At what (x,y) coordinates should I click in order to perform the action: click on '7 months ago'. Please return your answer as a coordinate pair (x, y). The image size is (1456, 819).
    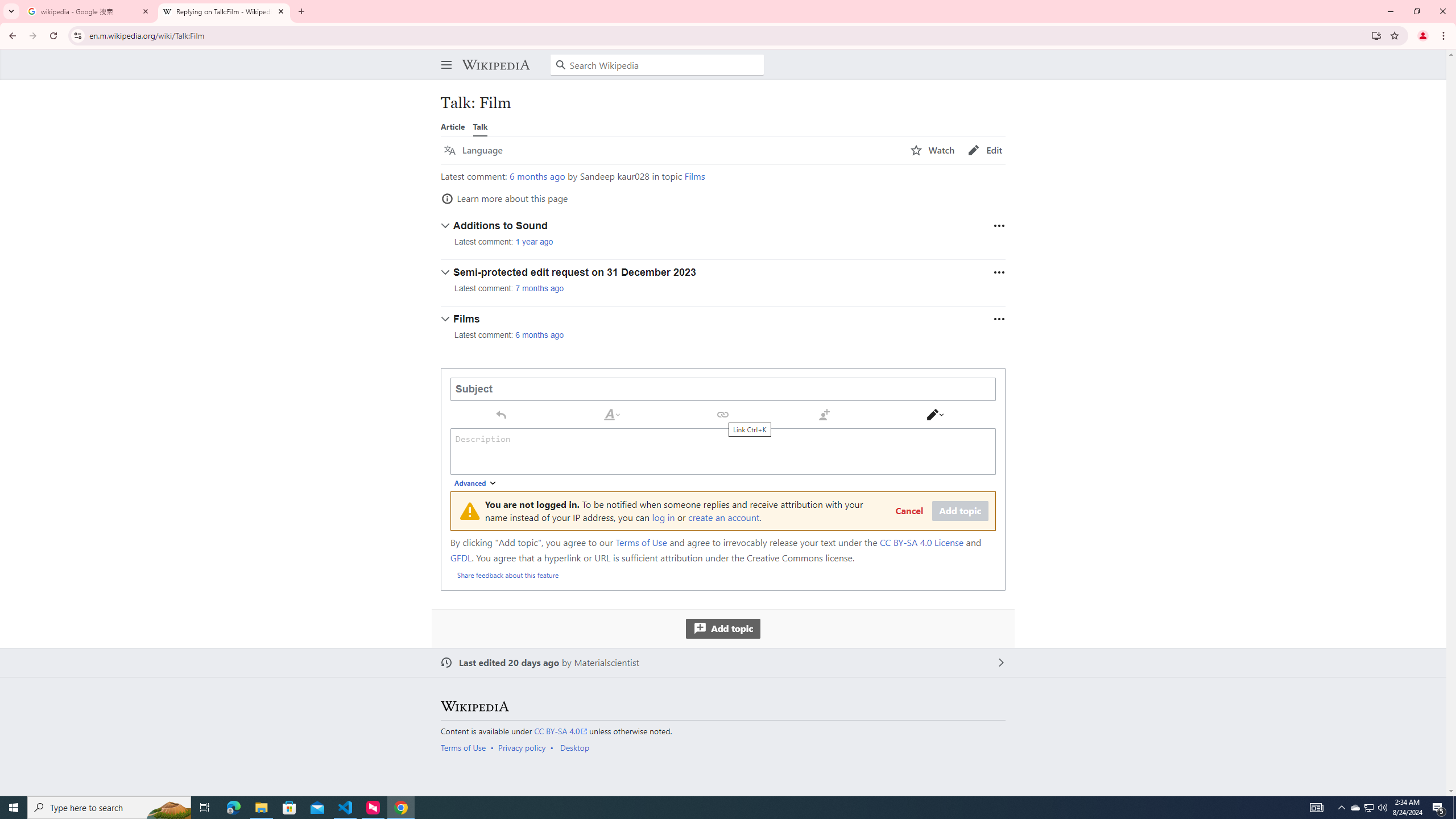
    Looking at the image, I should click on (540, 288).